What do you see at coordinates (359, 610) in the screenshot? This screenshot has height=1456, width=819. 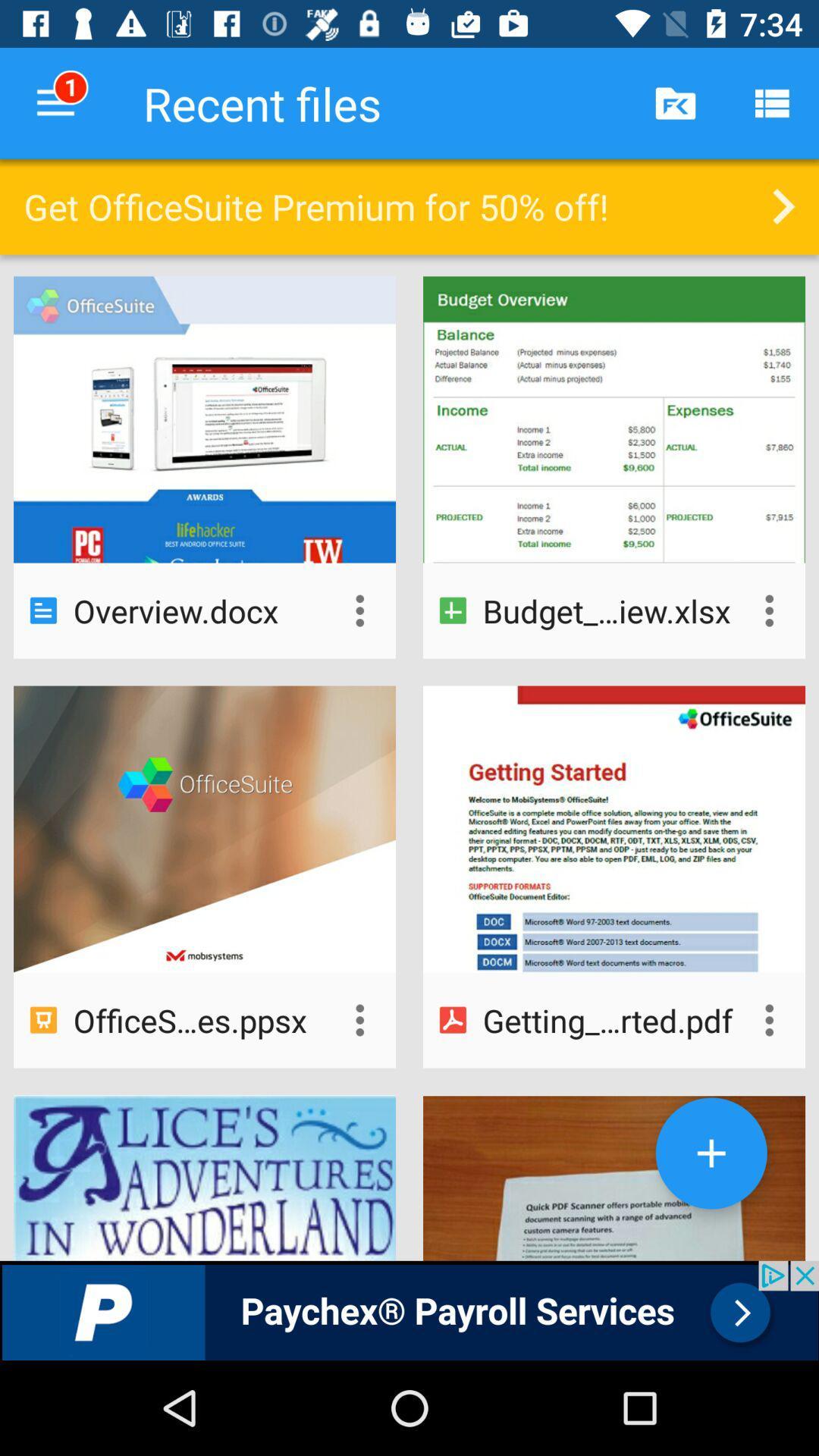 I see `detail button` at bounding box center [359, 610].